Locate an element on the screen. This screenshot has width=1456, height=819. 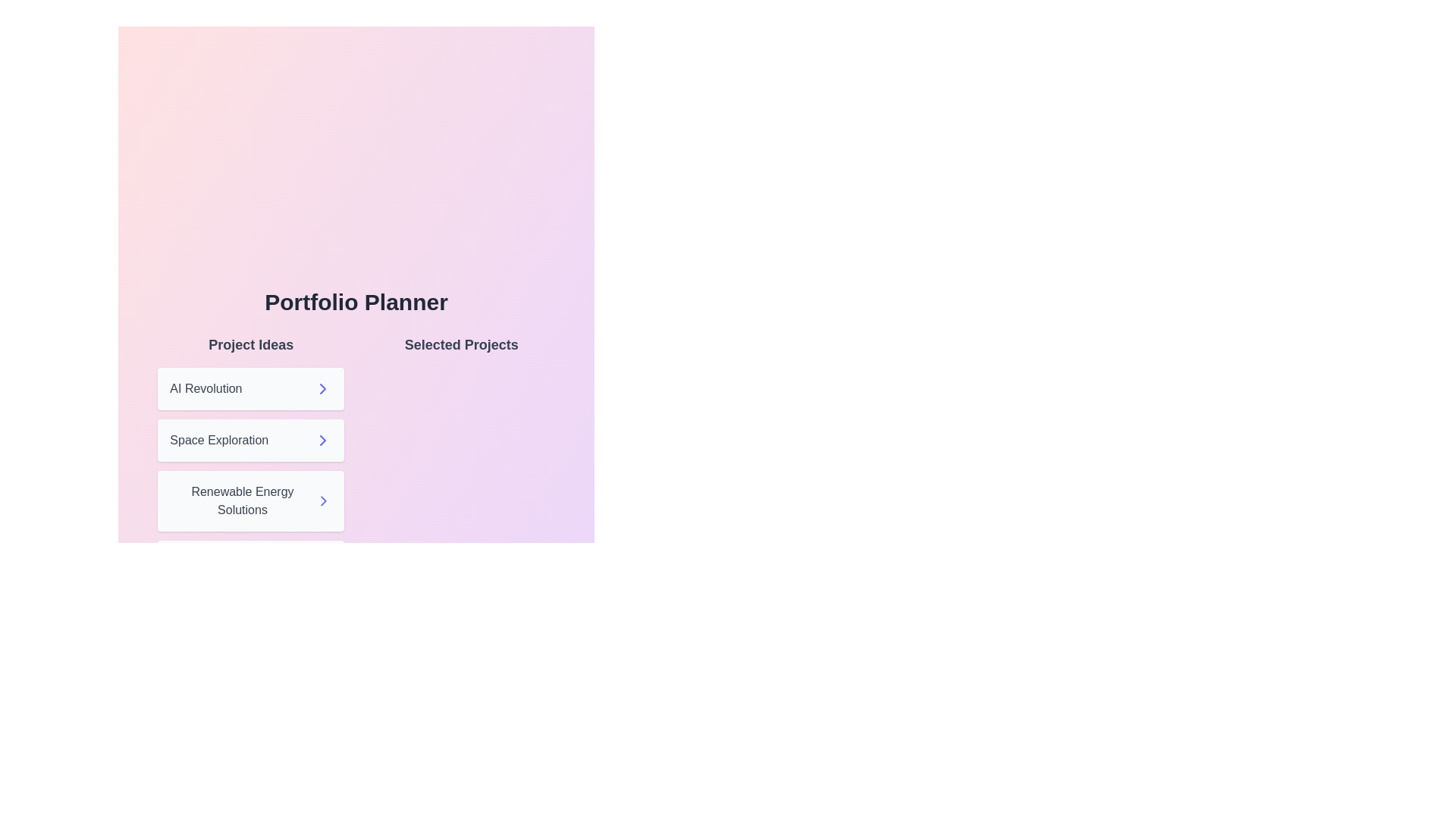
right arrow next to the project idea 'Renewable Energy Solutions' to move it to 'Selected Projects' is located at coordinates (322, 500).